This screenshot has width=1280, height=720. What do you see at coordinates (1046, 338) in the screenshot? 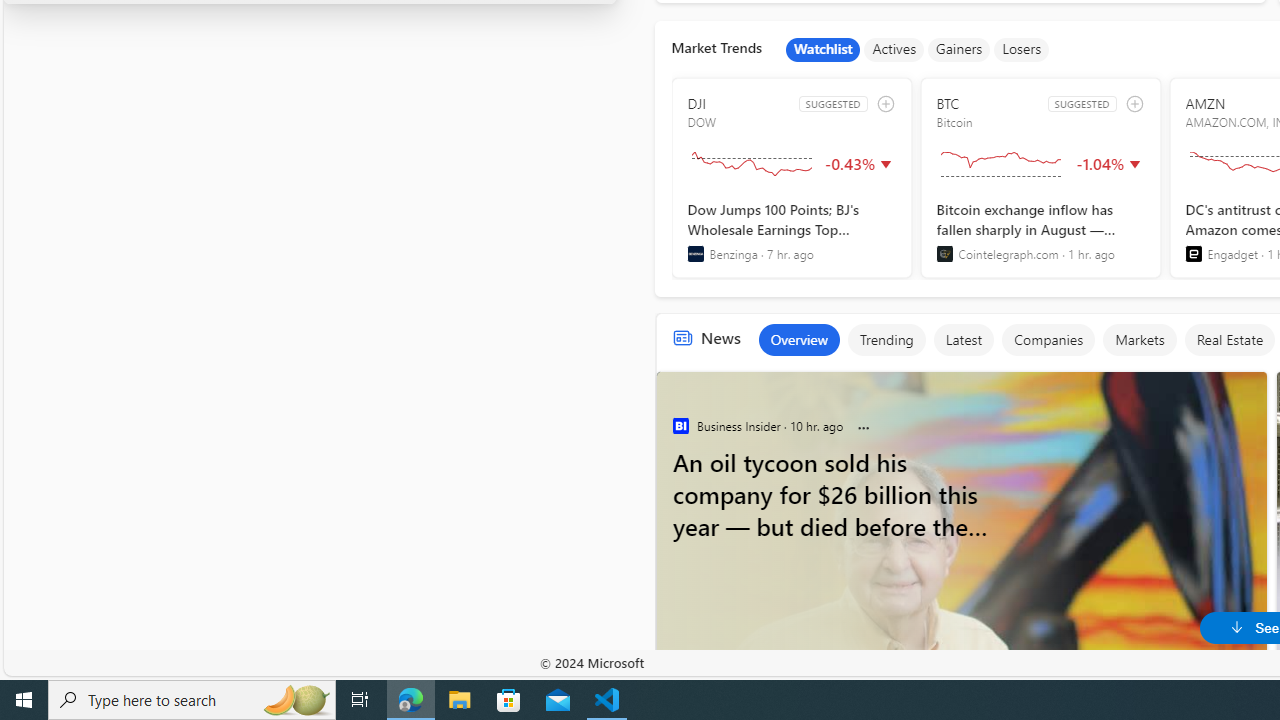
I see `'Companies'` at bounding box center [1046, 338].